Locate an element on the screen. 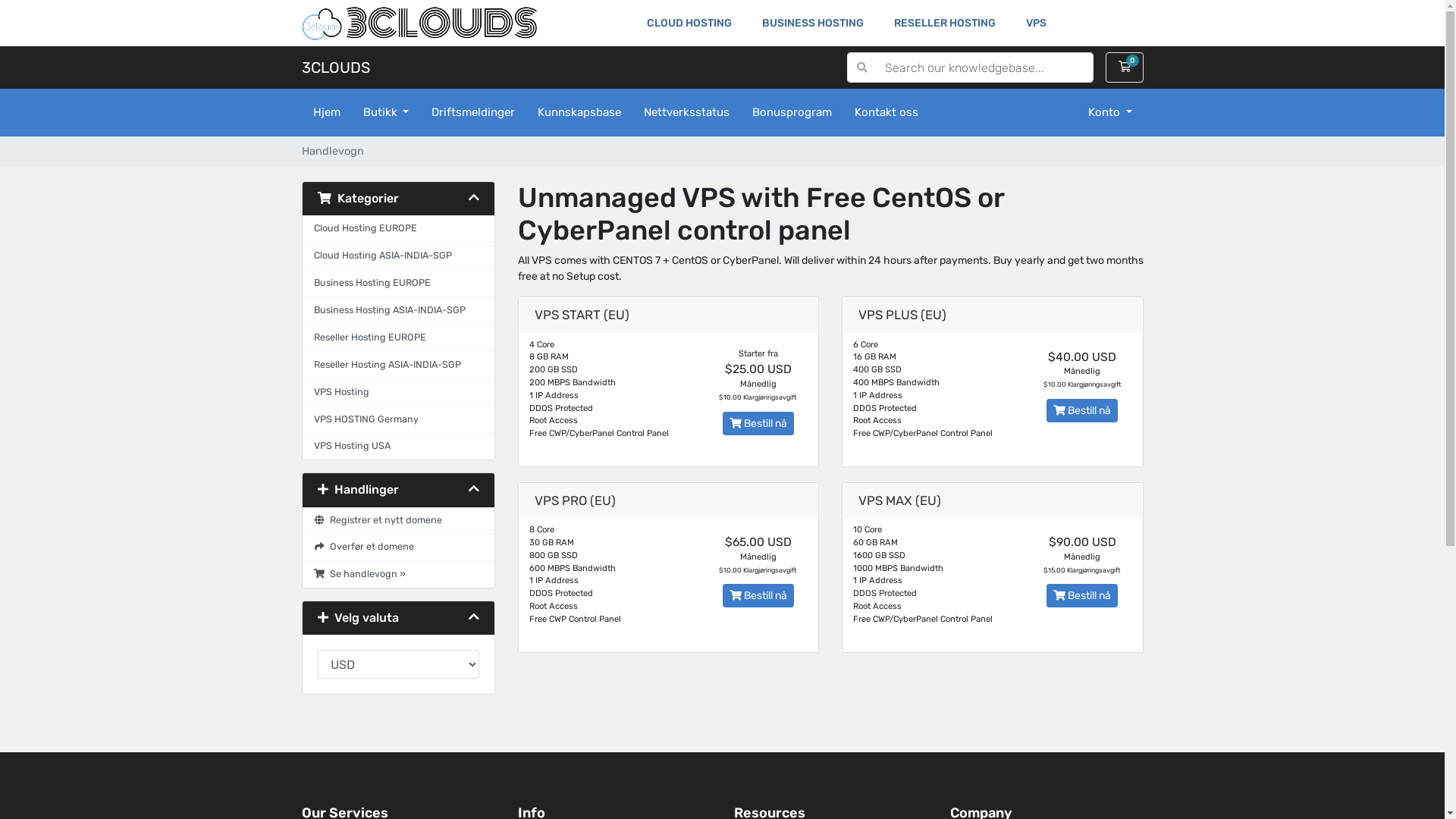 The image size is (1456, 819). 'Nettverksstatus' is located at coordinates (686, 111).